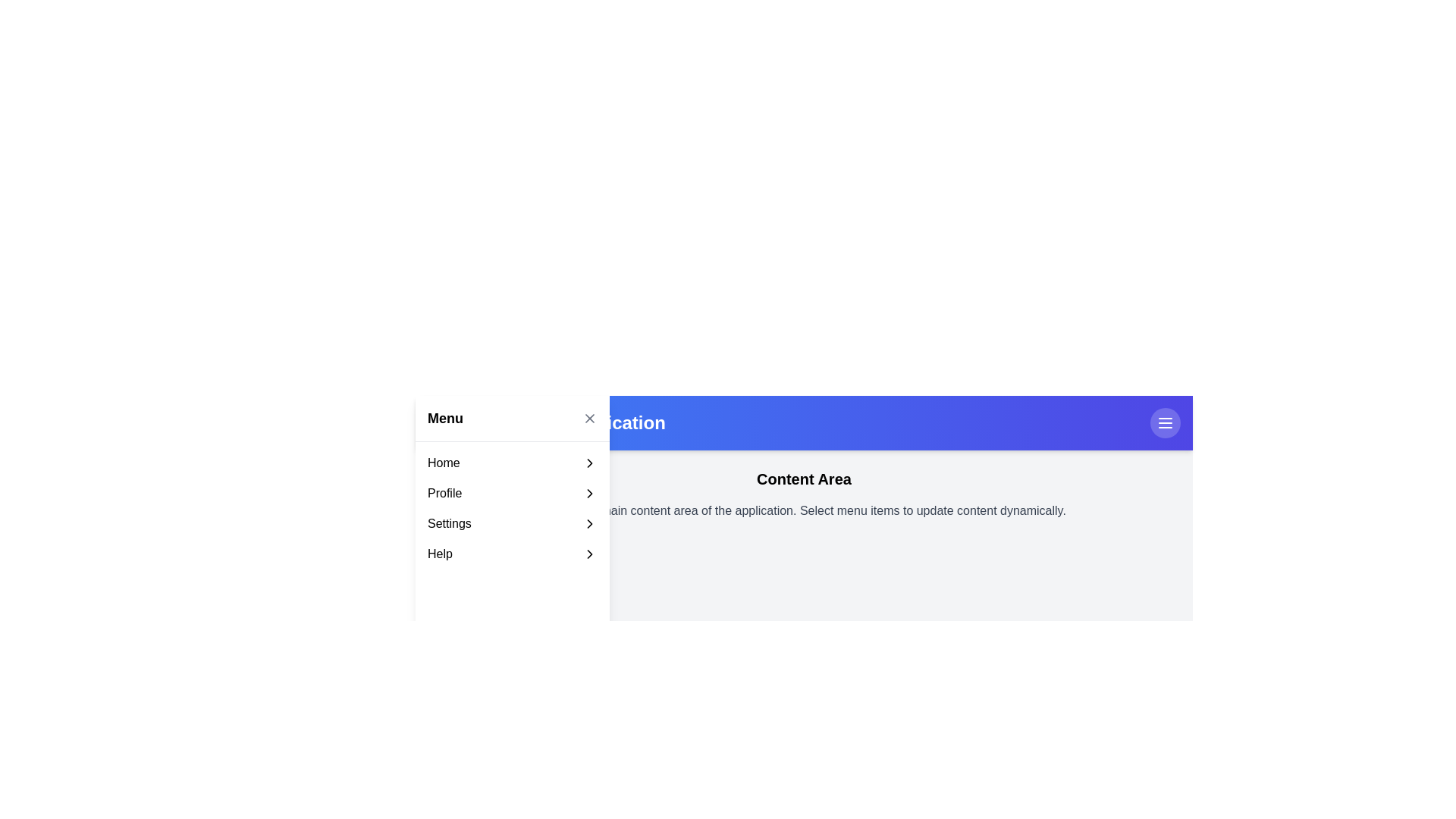 Image resolution: width=1456 pixels, height=819 pixels. I want to click on the chevron icon indicating navigation for the 'Profile' row in the vertical menu, so click(588, 494).